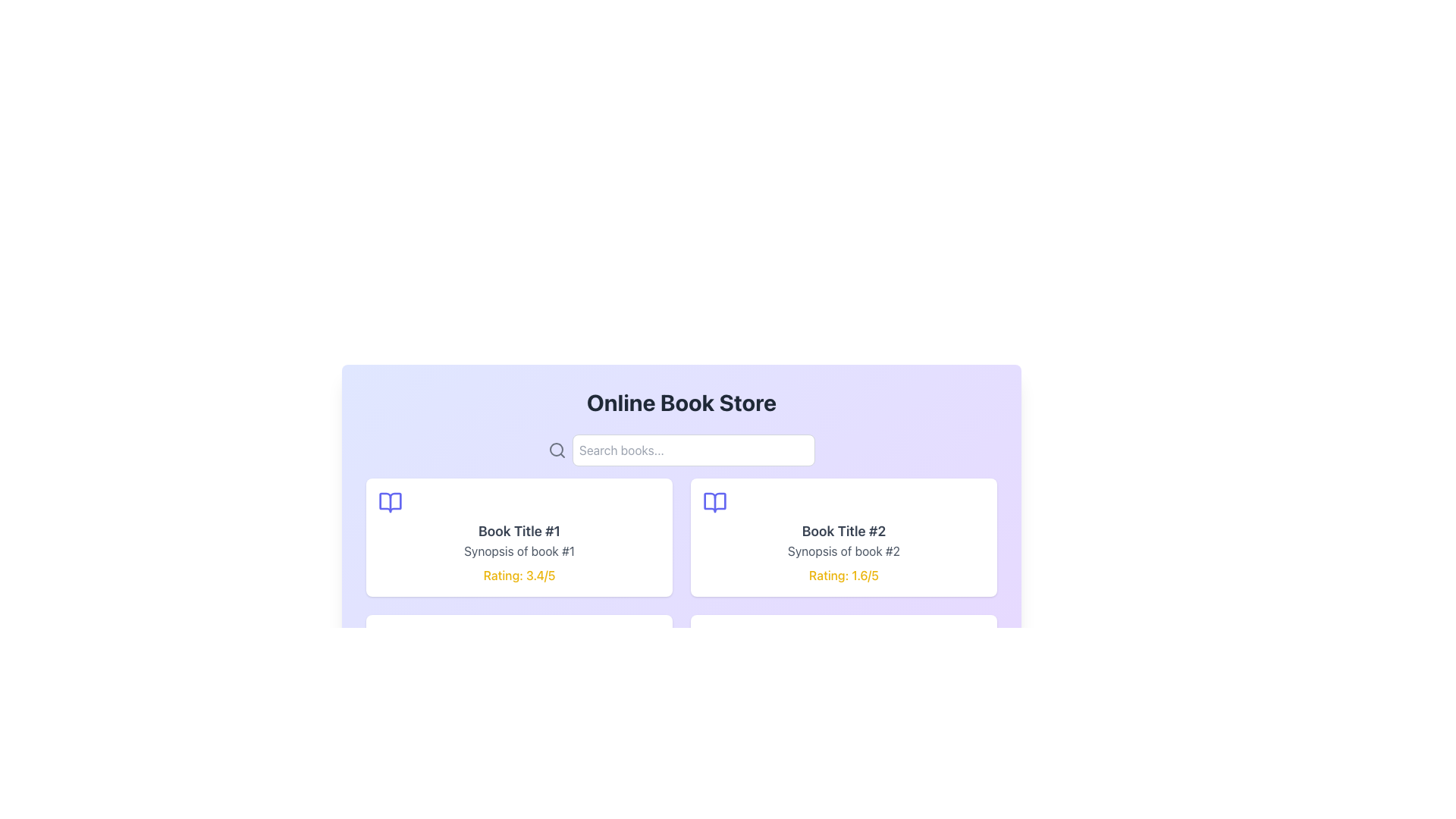 Image resolution: width=1456 pixels, height=819 pixels. What do you see at coordinates (843, 537) in the screenshot?
I see `the second book information card in the grid layout` at bounding box center [843, 537].